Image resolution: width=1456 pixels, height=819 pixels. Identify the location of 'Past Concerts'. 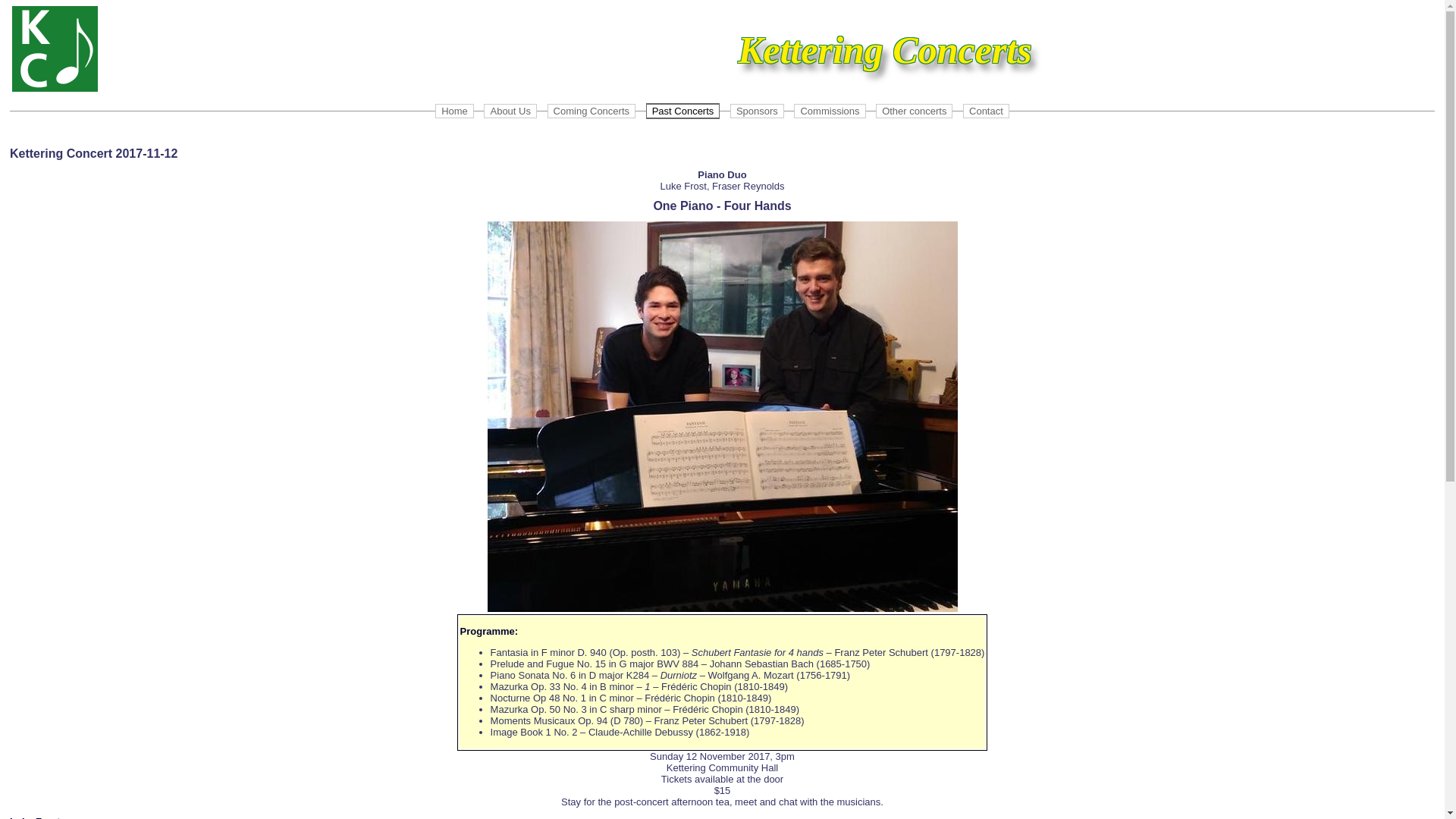
(682, 110).